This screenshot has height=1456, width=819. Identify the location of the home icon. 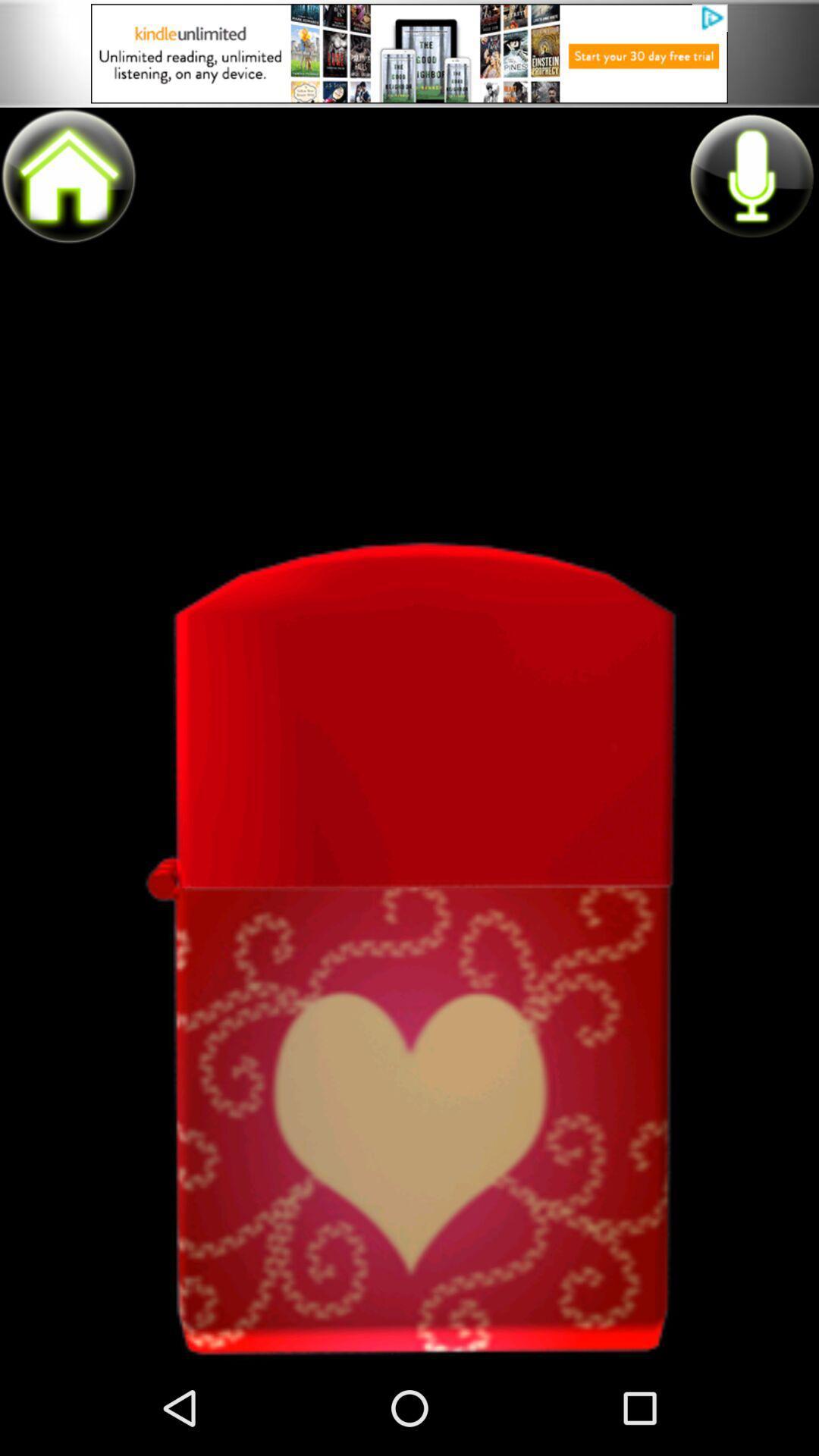
(67, 187).